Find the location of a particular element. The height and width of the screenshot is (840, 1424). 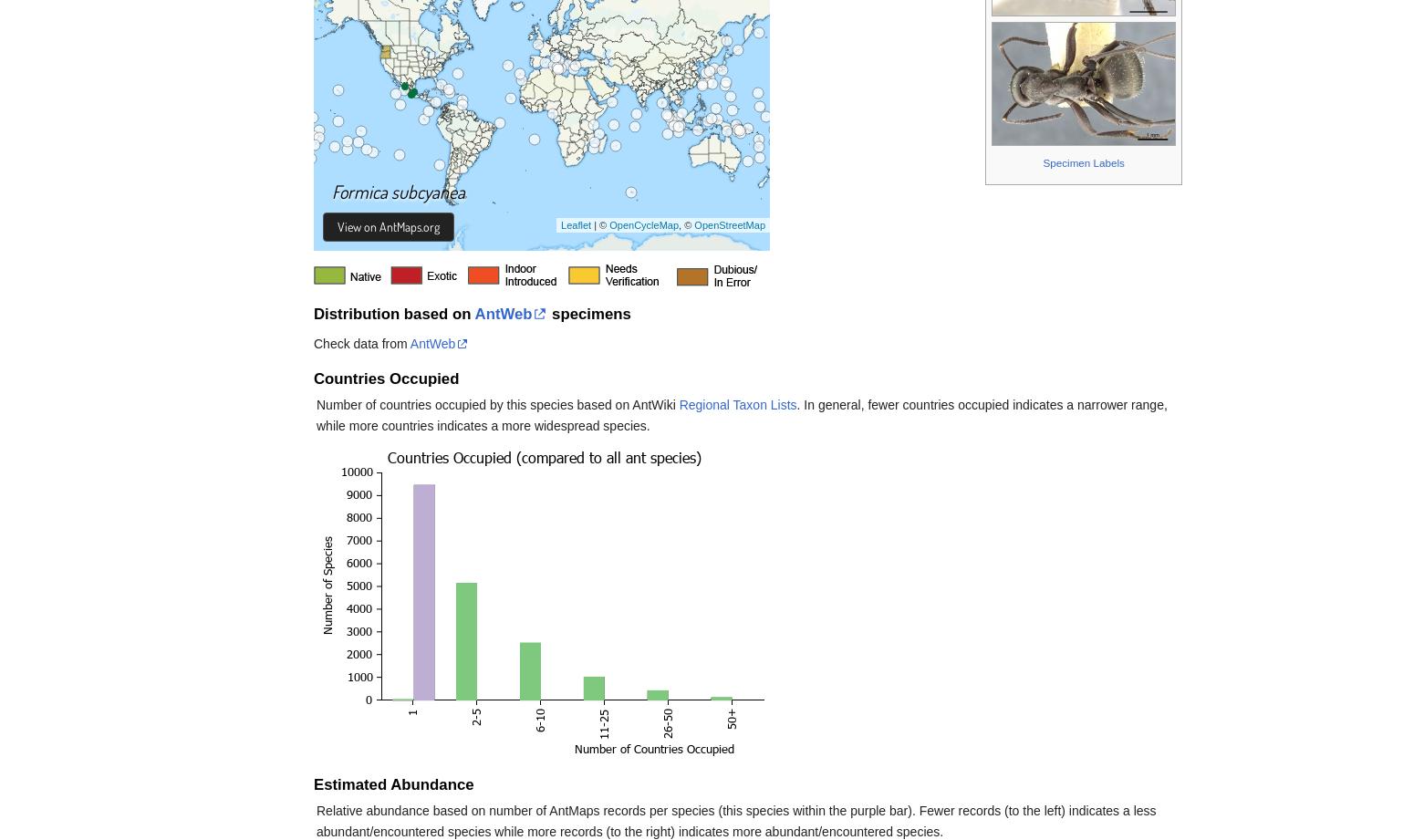

'Check data from' is located at coordinates (313, 343).